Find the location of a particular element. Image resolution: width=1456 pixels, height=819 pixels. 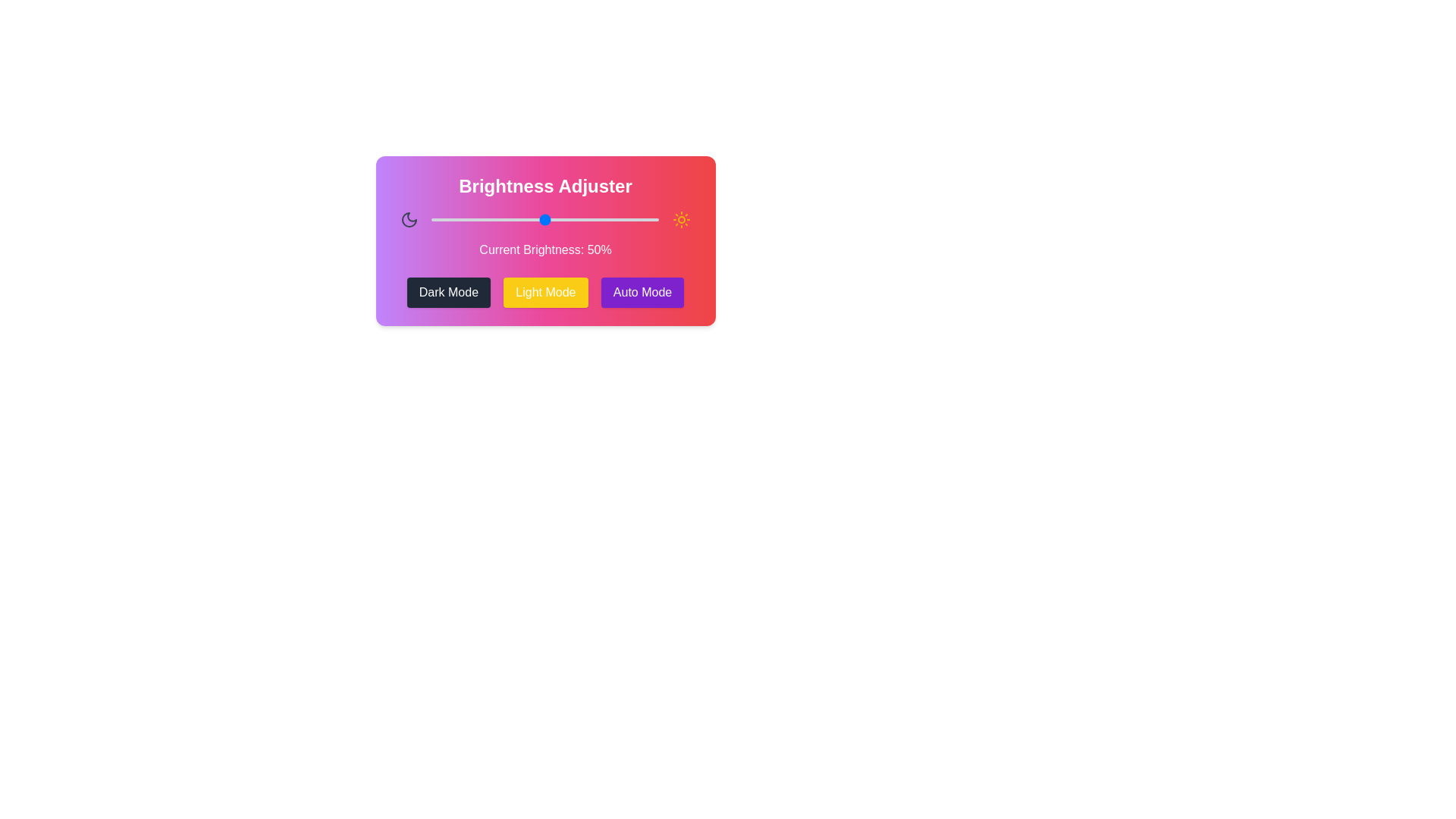

the brightness slider to 99% is located at coordinates (656, 219).